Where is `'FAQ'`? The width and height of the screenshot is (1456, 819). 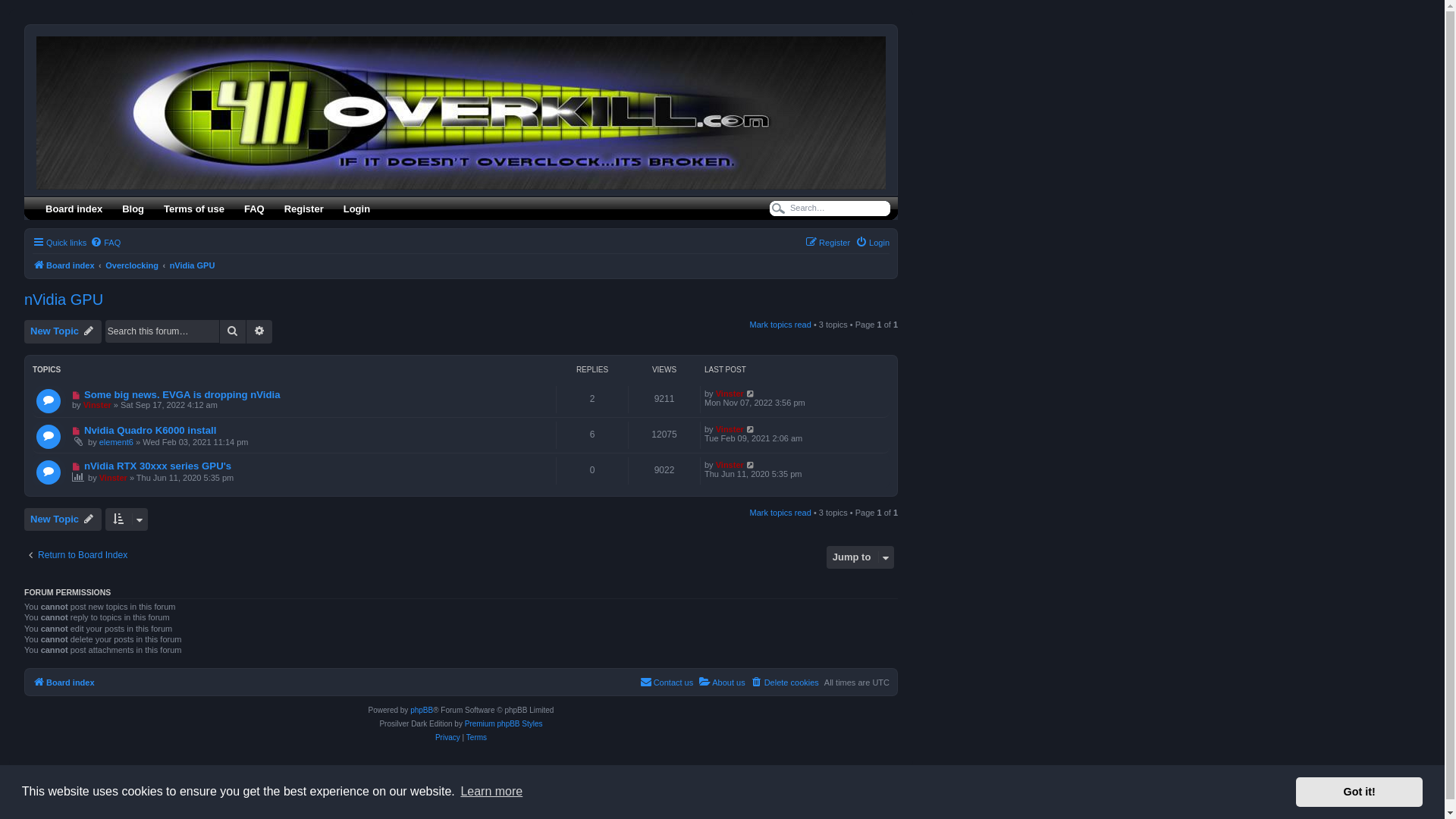 'FAQ' is located at coordinates (105, 242).